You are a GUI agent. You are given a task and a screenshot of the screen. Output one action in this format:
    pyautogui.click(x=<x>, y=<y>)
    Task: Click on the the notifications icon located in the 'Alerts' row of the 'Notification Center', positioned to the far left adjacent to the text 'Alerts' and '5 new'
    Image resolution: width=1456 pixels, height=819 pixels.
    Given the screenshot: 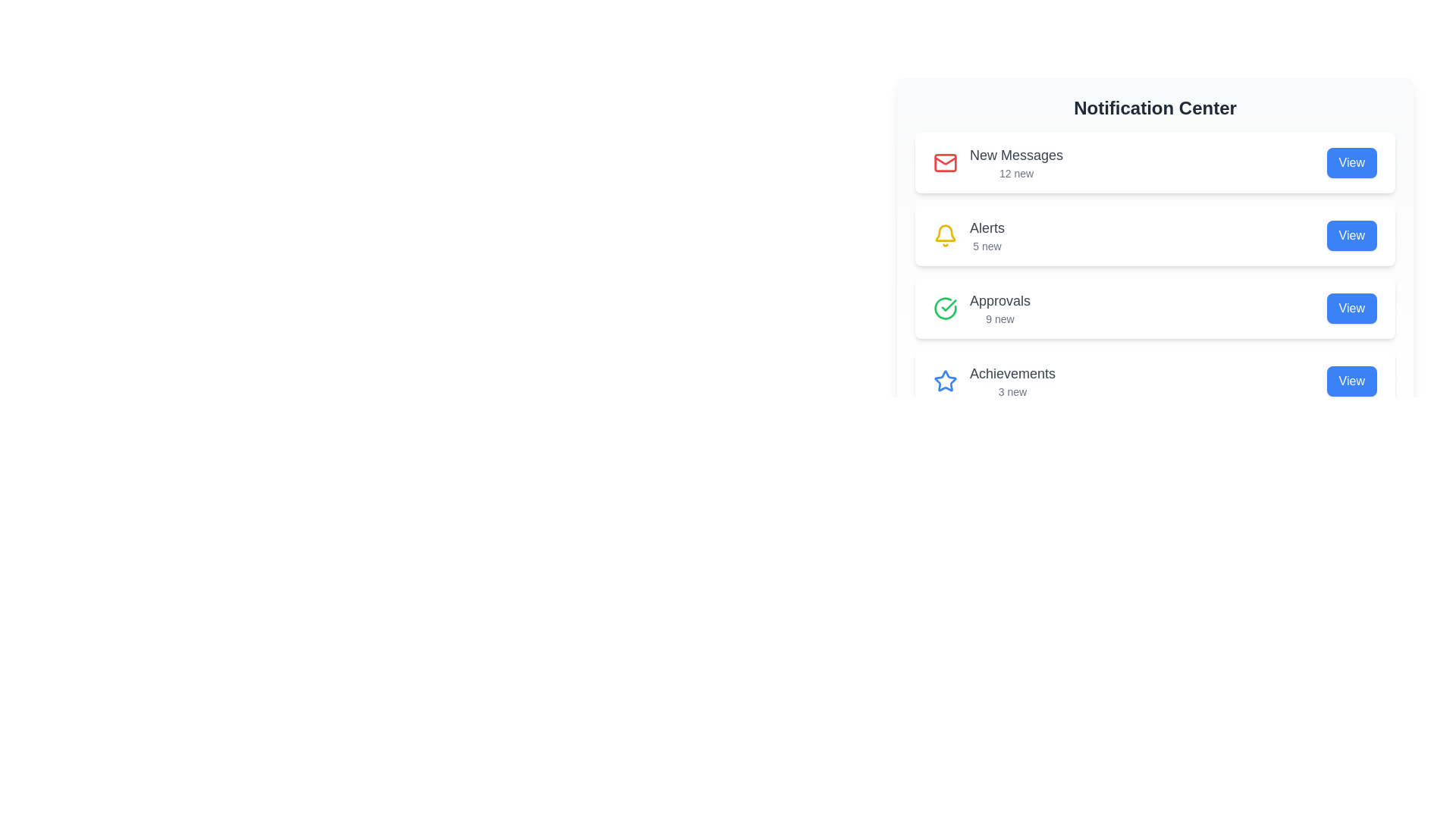 What is the action you would take?
    pyautogui.click(x=945, y=236)
    